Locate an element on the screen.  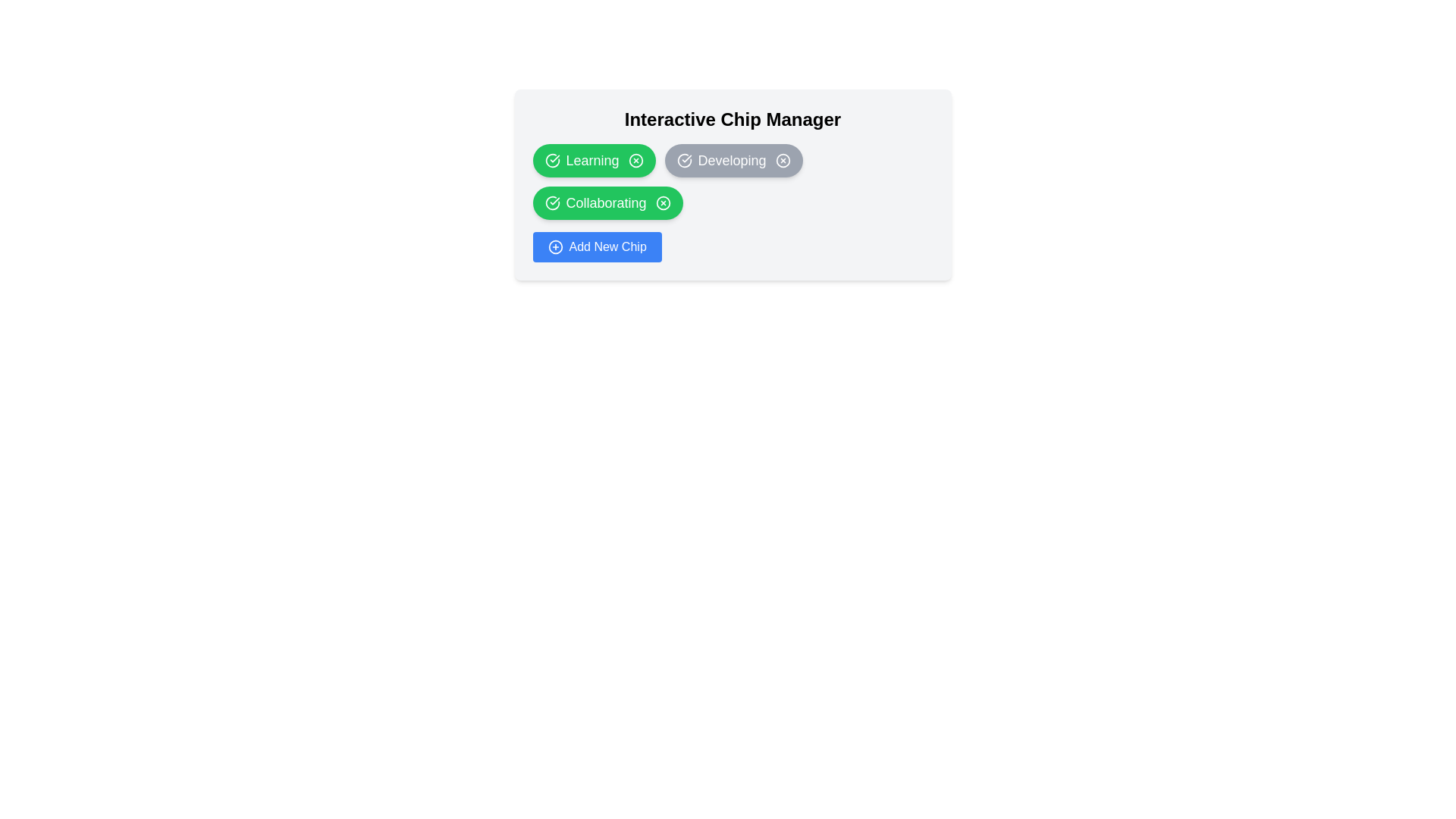
the text 'Collaborating' within the green rounded rectangular chip component is located at coordinates (605, 202).